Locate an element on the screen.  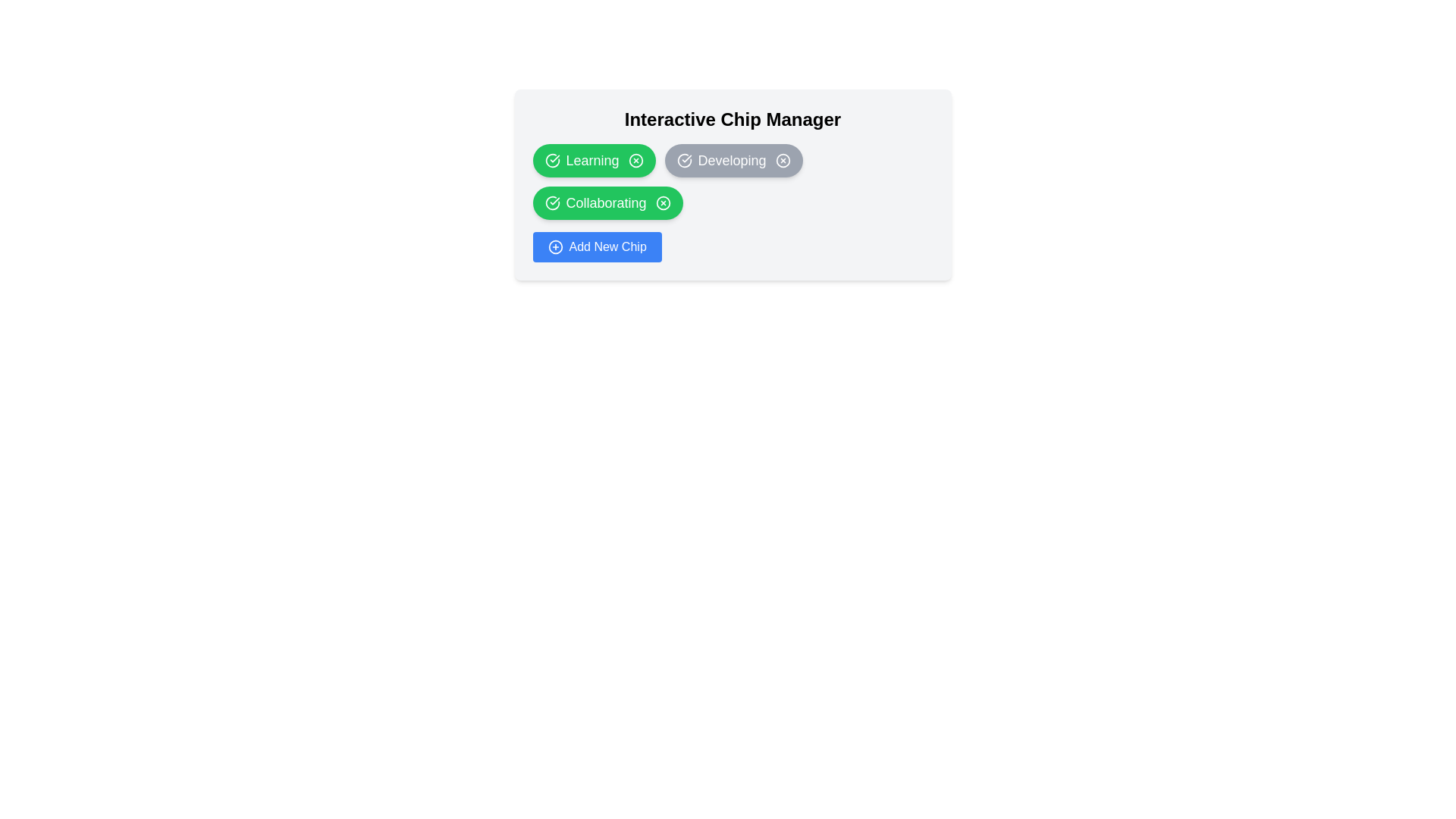
the text 'Collaborating' within the green rounded rectangular chip component is located at coordinates (605, 202).